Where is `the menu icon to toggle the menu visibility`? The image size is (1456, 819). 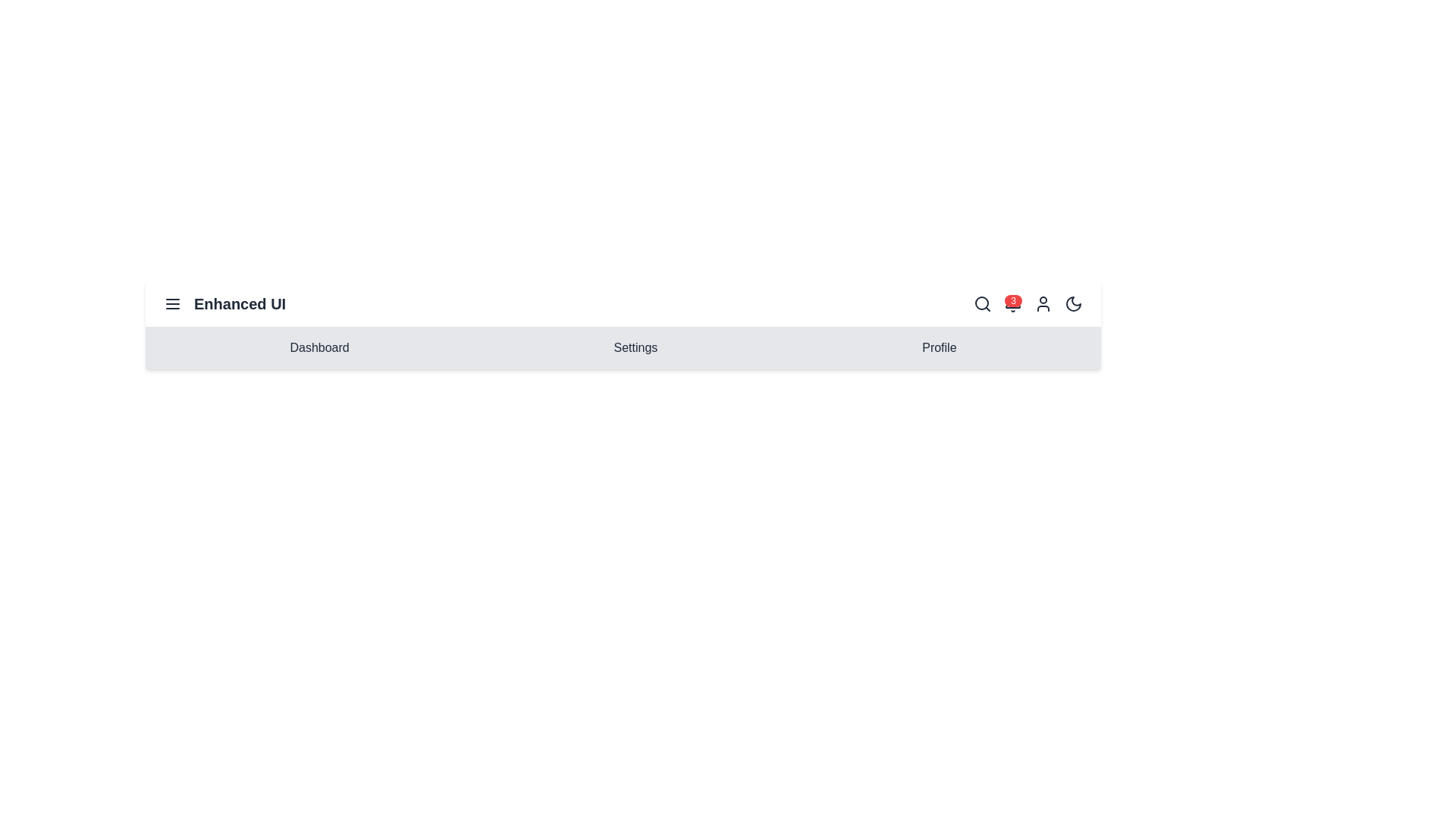 the menu icon to toggle the menu visibility is located at coordinates (172, 304).